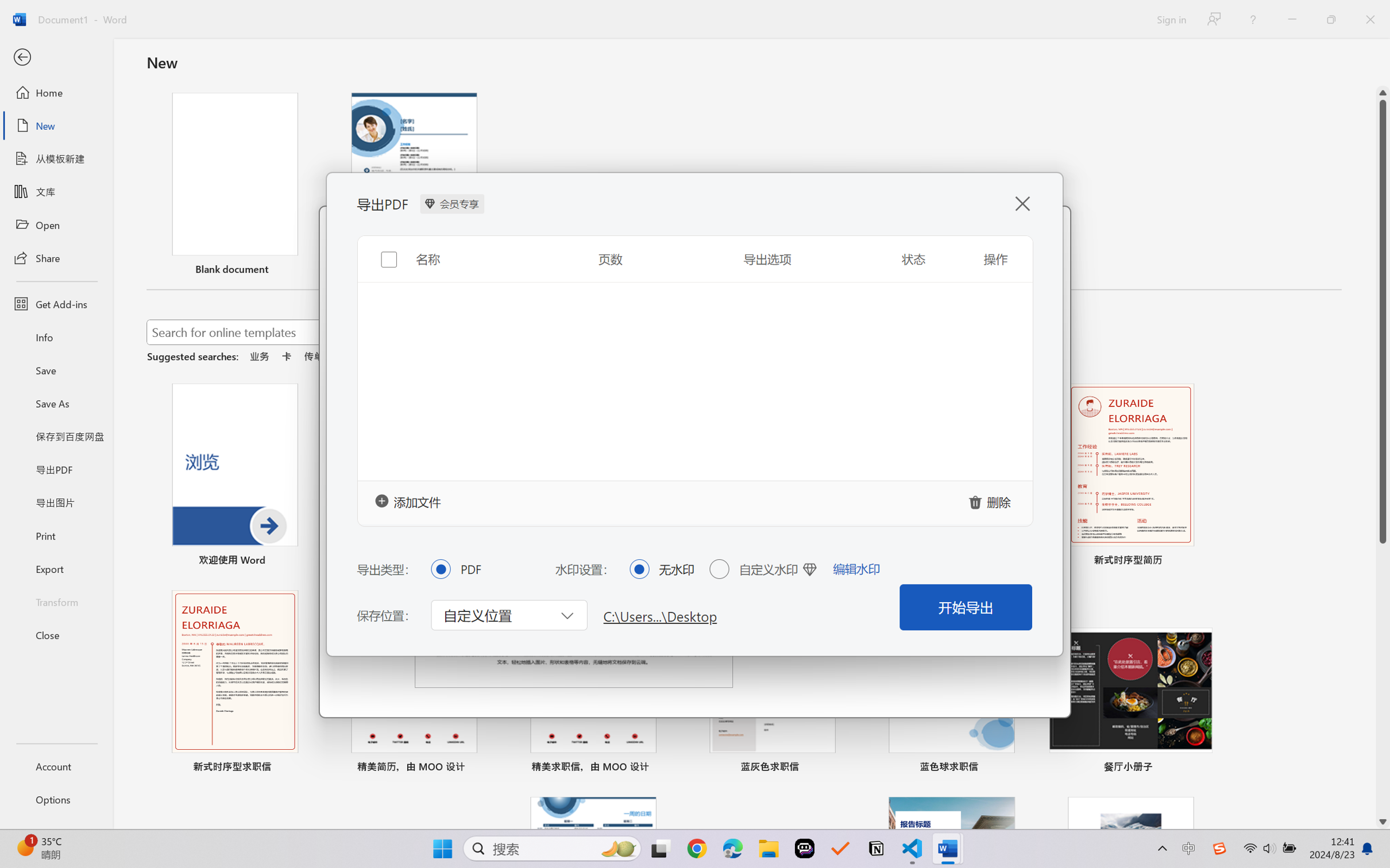 This screenshot has height=868, width=1390. Describe the element at coordinates (56, 766) in the screenshot. I see `'Account'` at that location.